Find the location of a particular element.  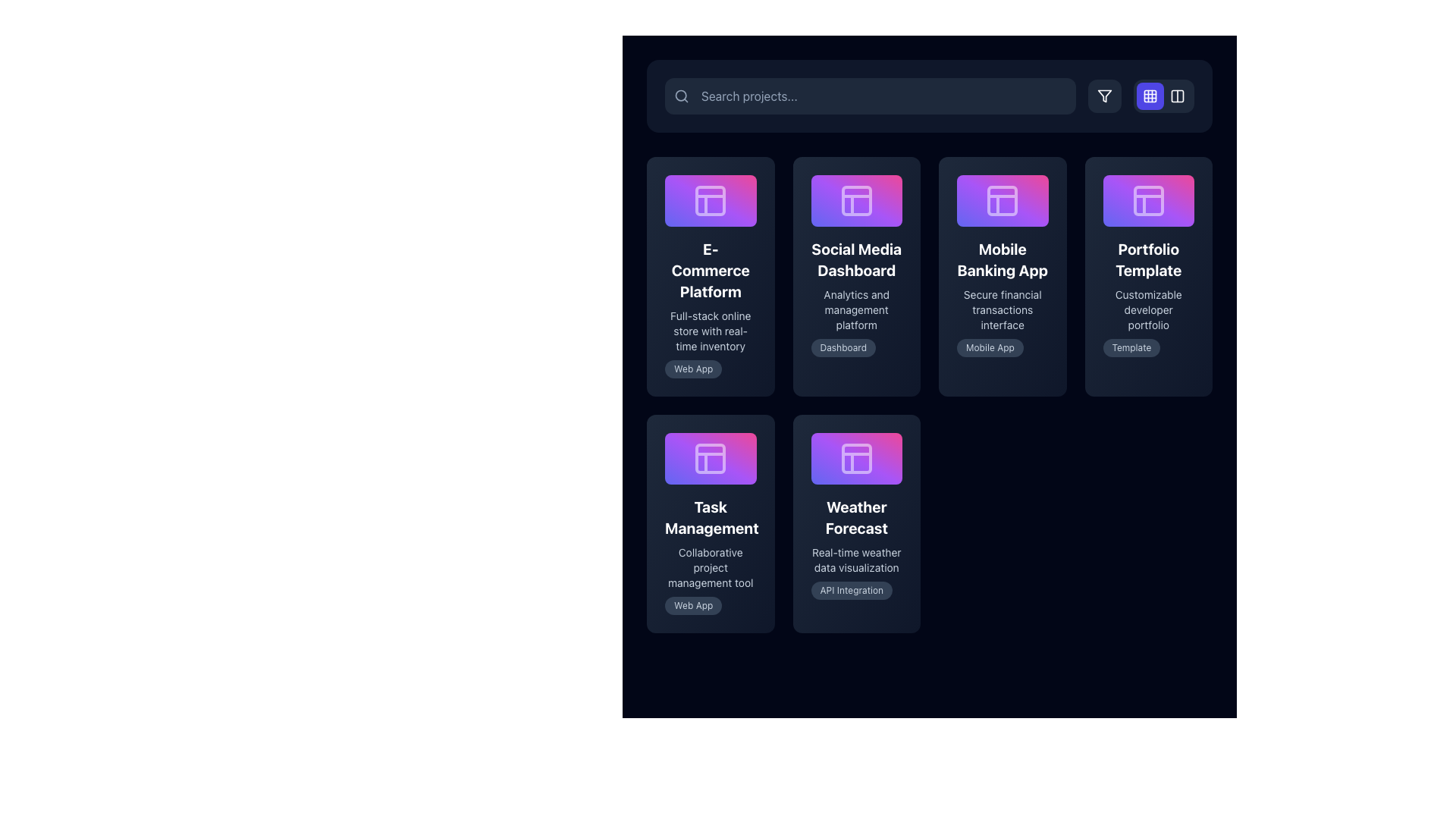

the descriptive text element that provides additional information about the 'Mobile Banking App', located below the title within the top-right card of the grid layout is located at coordinates (1003, 309).